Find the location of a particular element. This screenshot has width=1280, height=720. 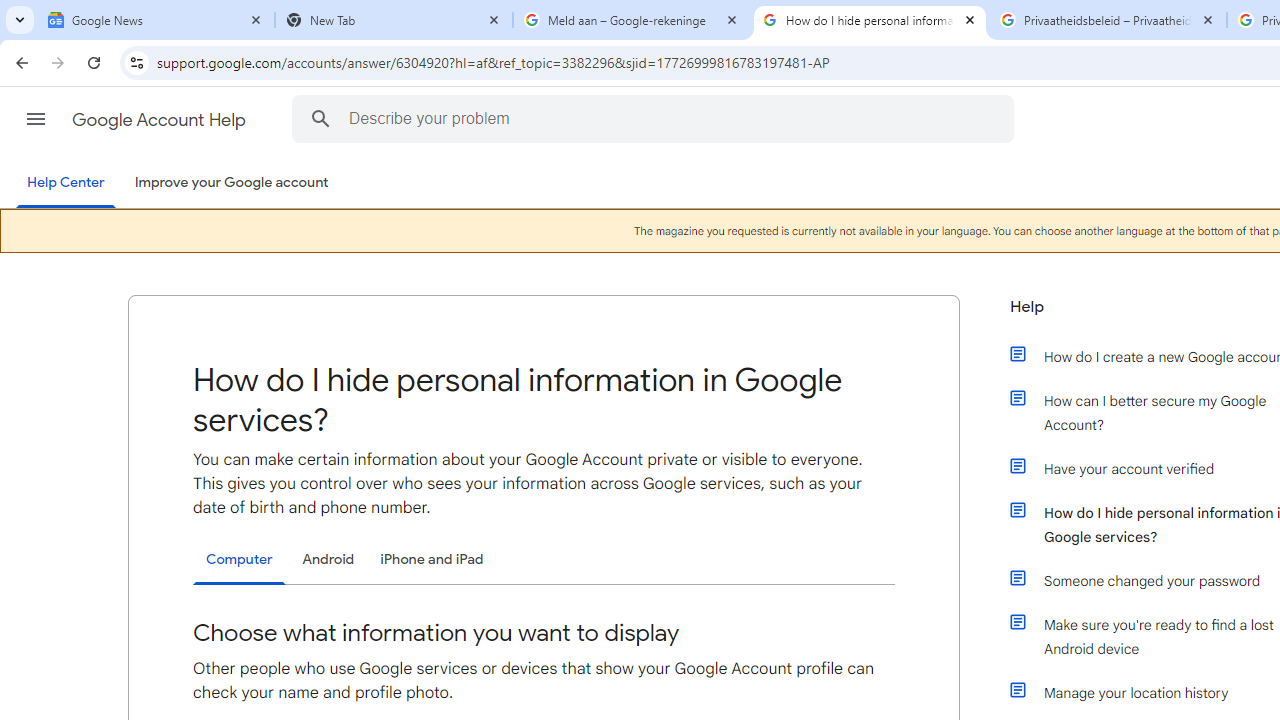

'iPhone and iPad' is located at coordinates (431, 559).